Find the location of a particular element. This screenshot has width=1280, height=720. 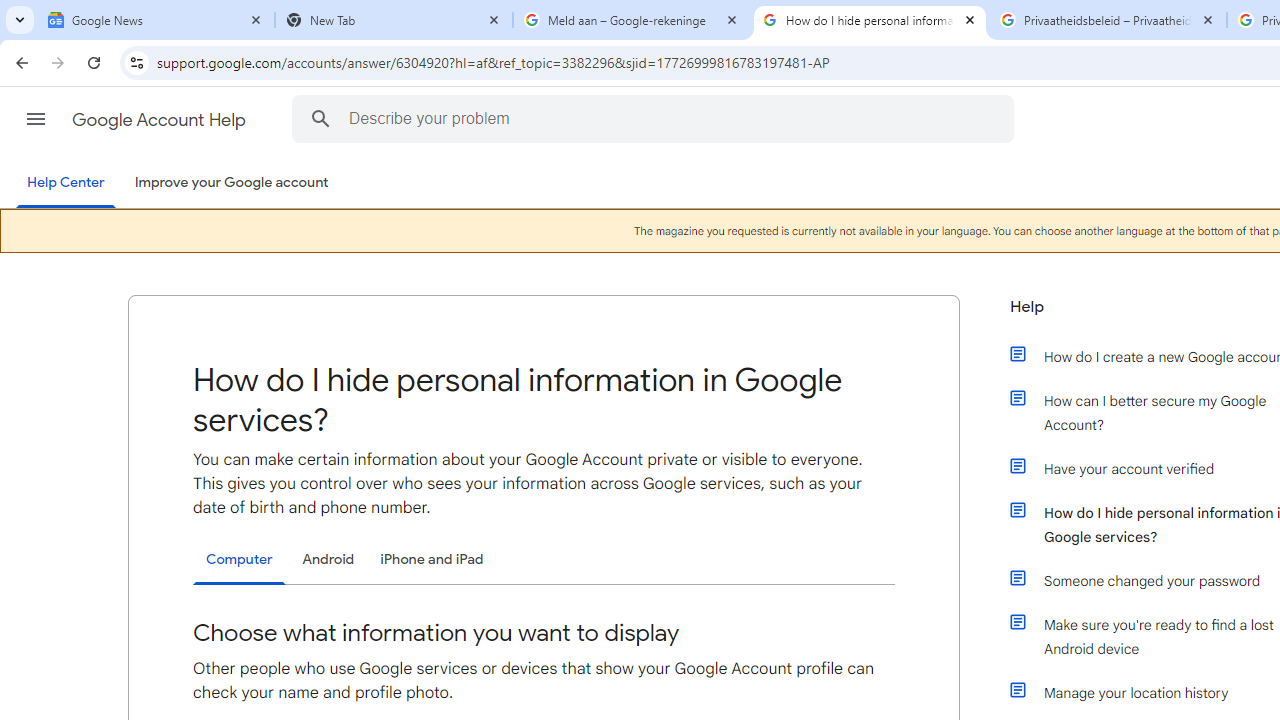

'iPhone and iPad' is located at coordinates (431, 559).